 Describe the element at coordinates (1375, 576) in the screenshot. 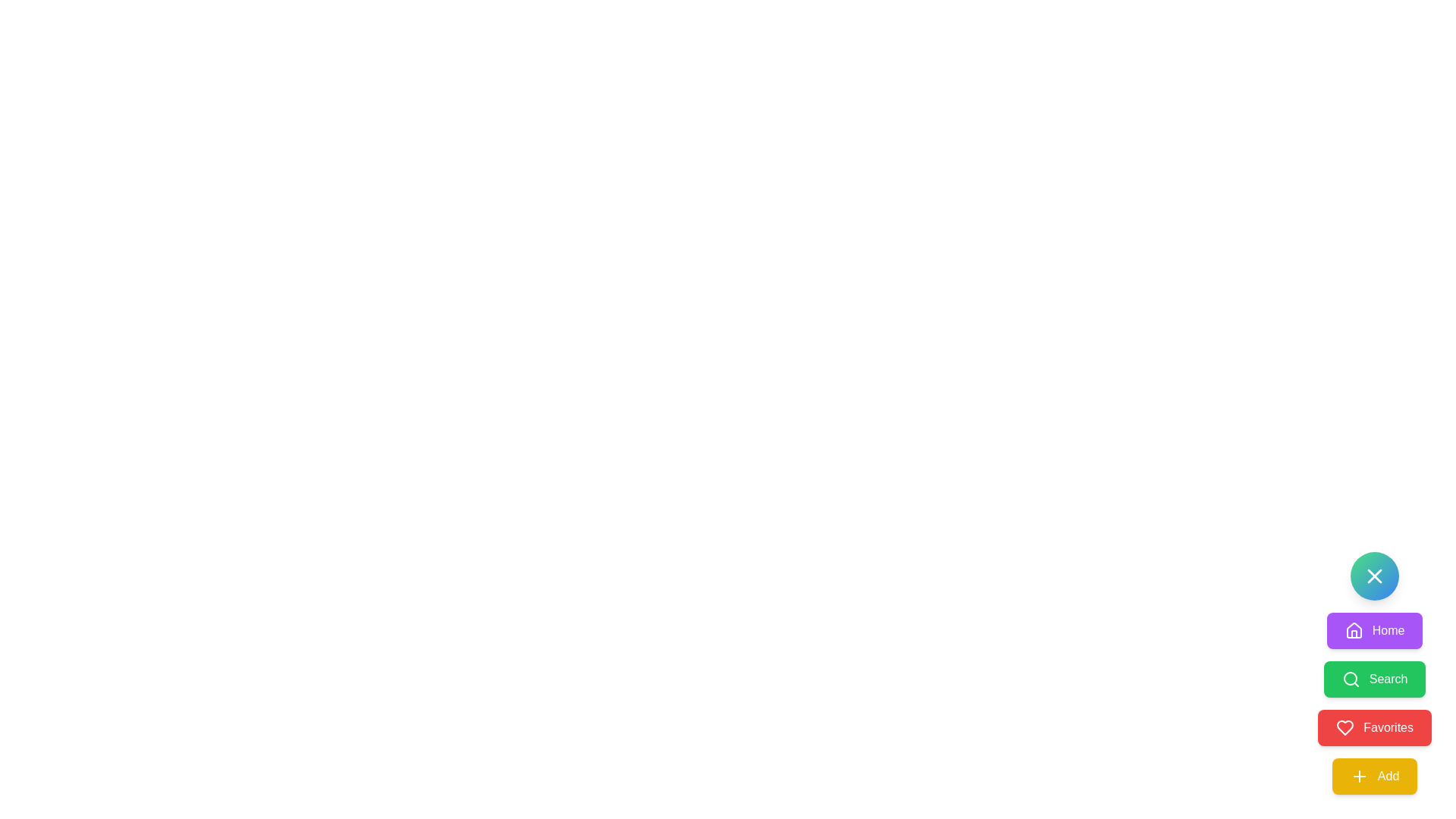

I see `the dismiss button located at the bottom-right corner of the interface, above the buttons labeled 'Home', 'Search', 'Favorites', and 'Add'` at that location.